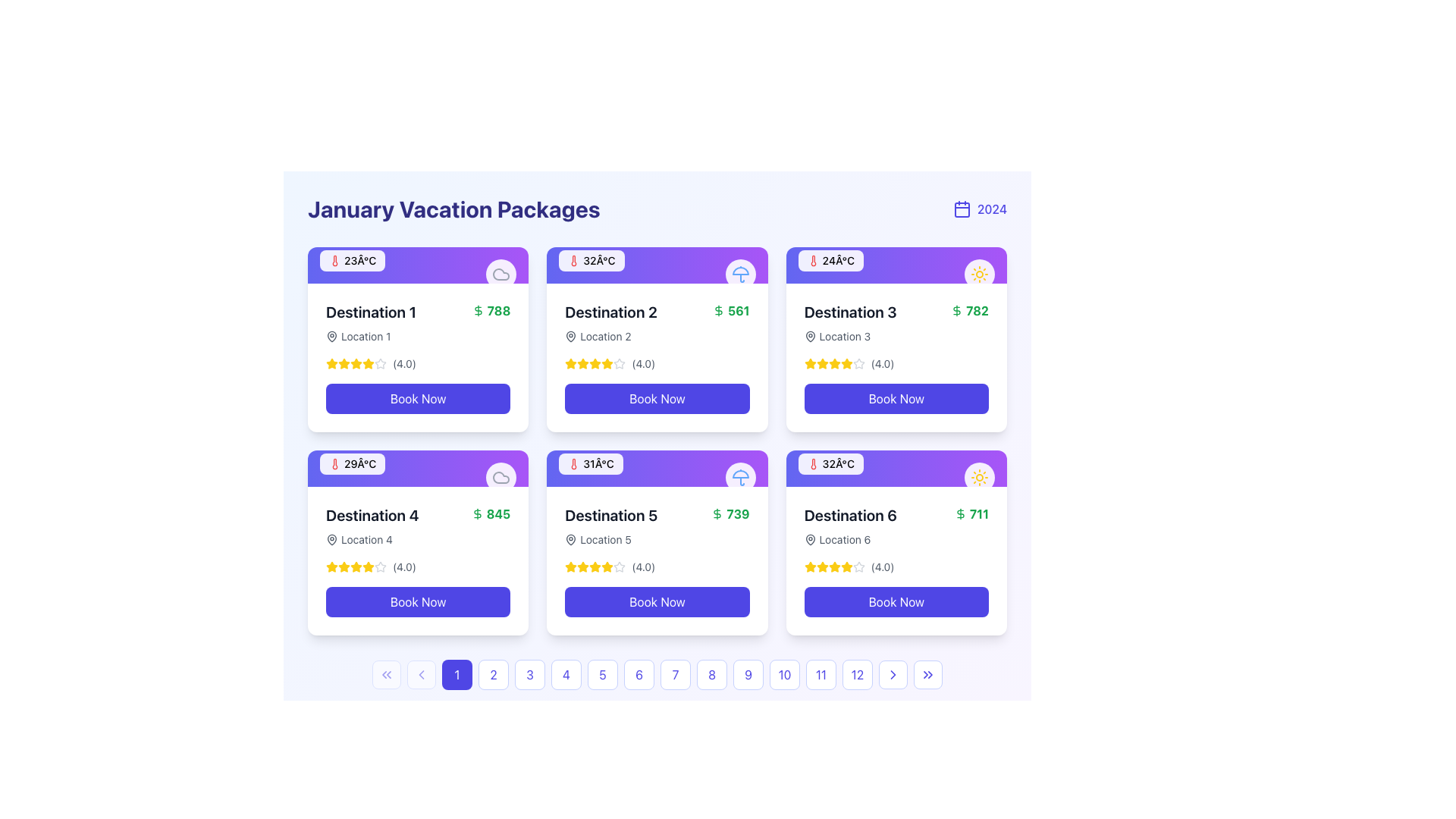  What do you see at coordinates (896, 338) in the screenshot?
I see `the 'Book Now' button on the Information Card for 'Destination 3', which is the third card in the top row of the vacation package grid` at bounding box center [896, 338].